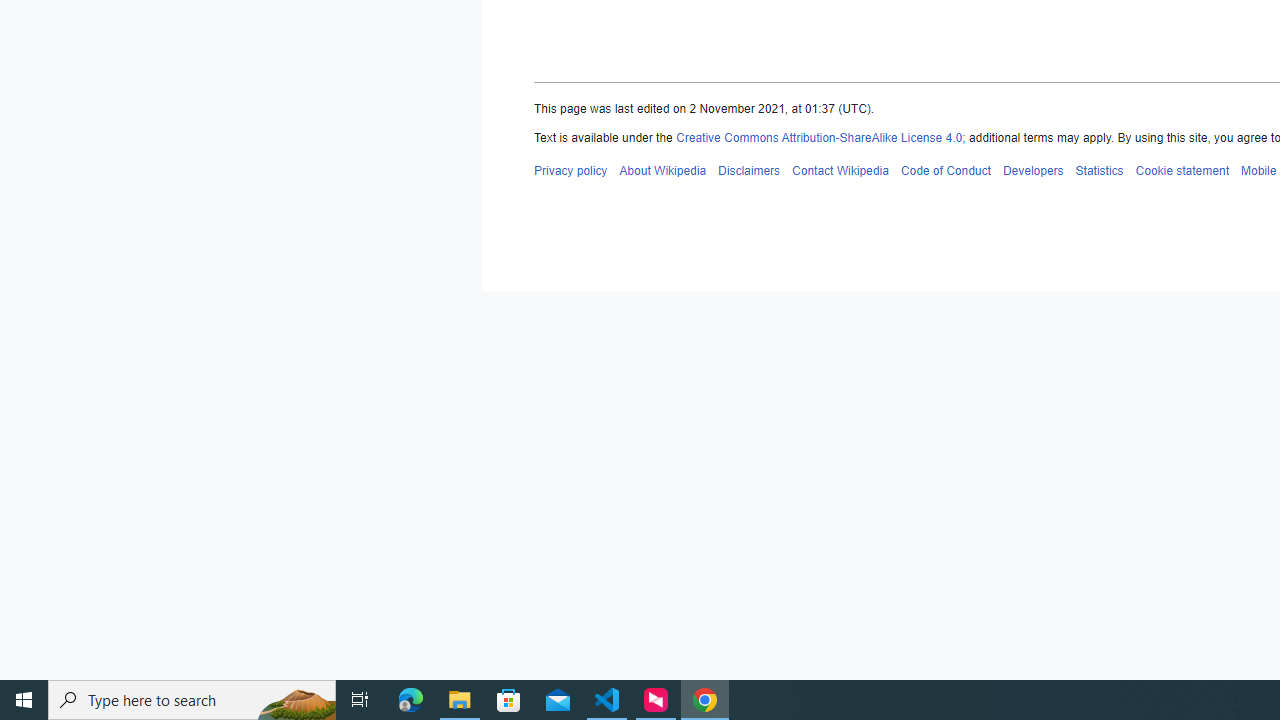  Describe the element at coordinates (663, 169) in the screenshot. I see `'About Wikipedia'` at that location.